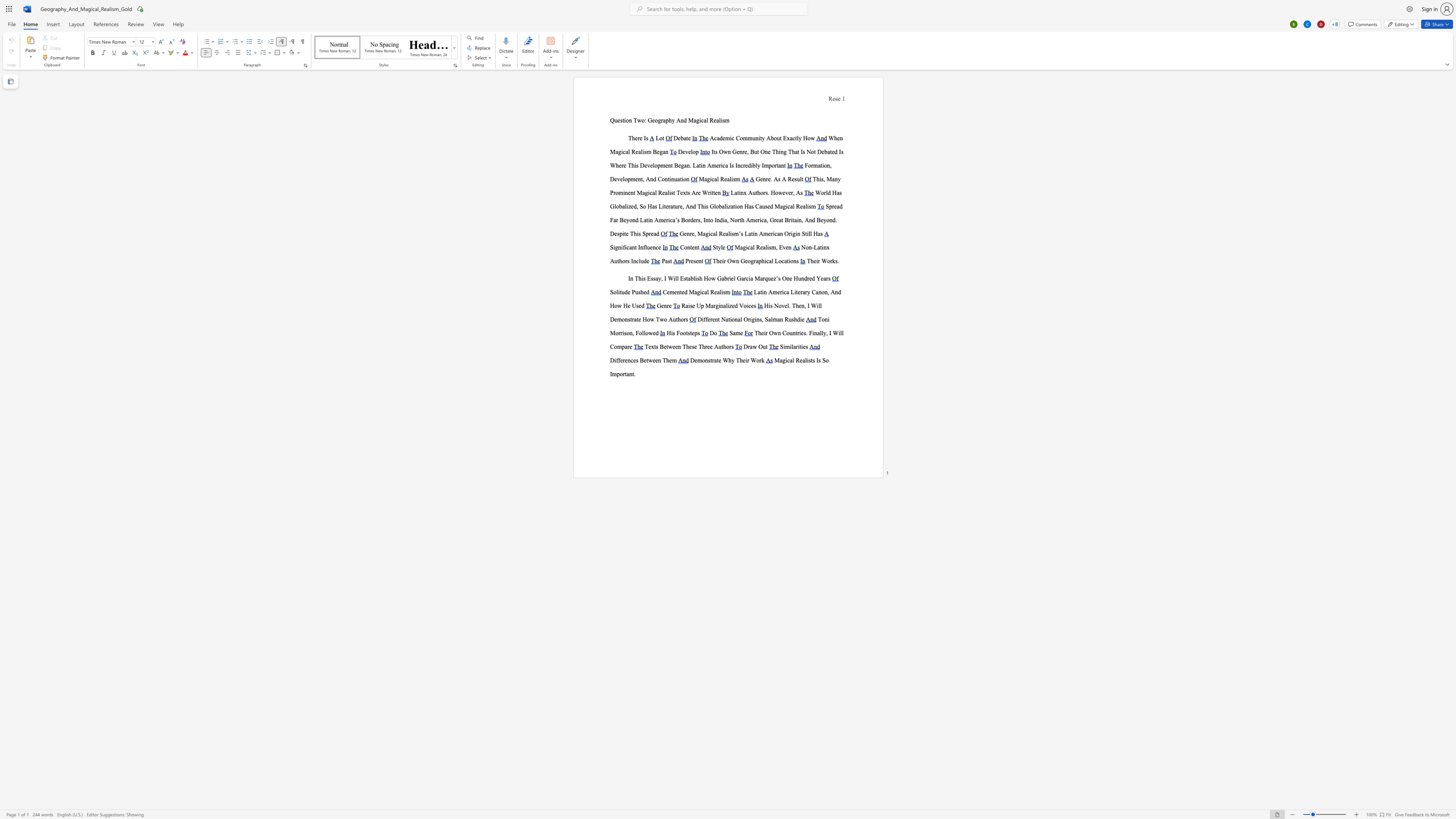  What do you see at coordinates (817, 164) in the screenshot?
I see `the space between the continuous character "m" and "a" in the text` at bounding box center [817, 164].